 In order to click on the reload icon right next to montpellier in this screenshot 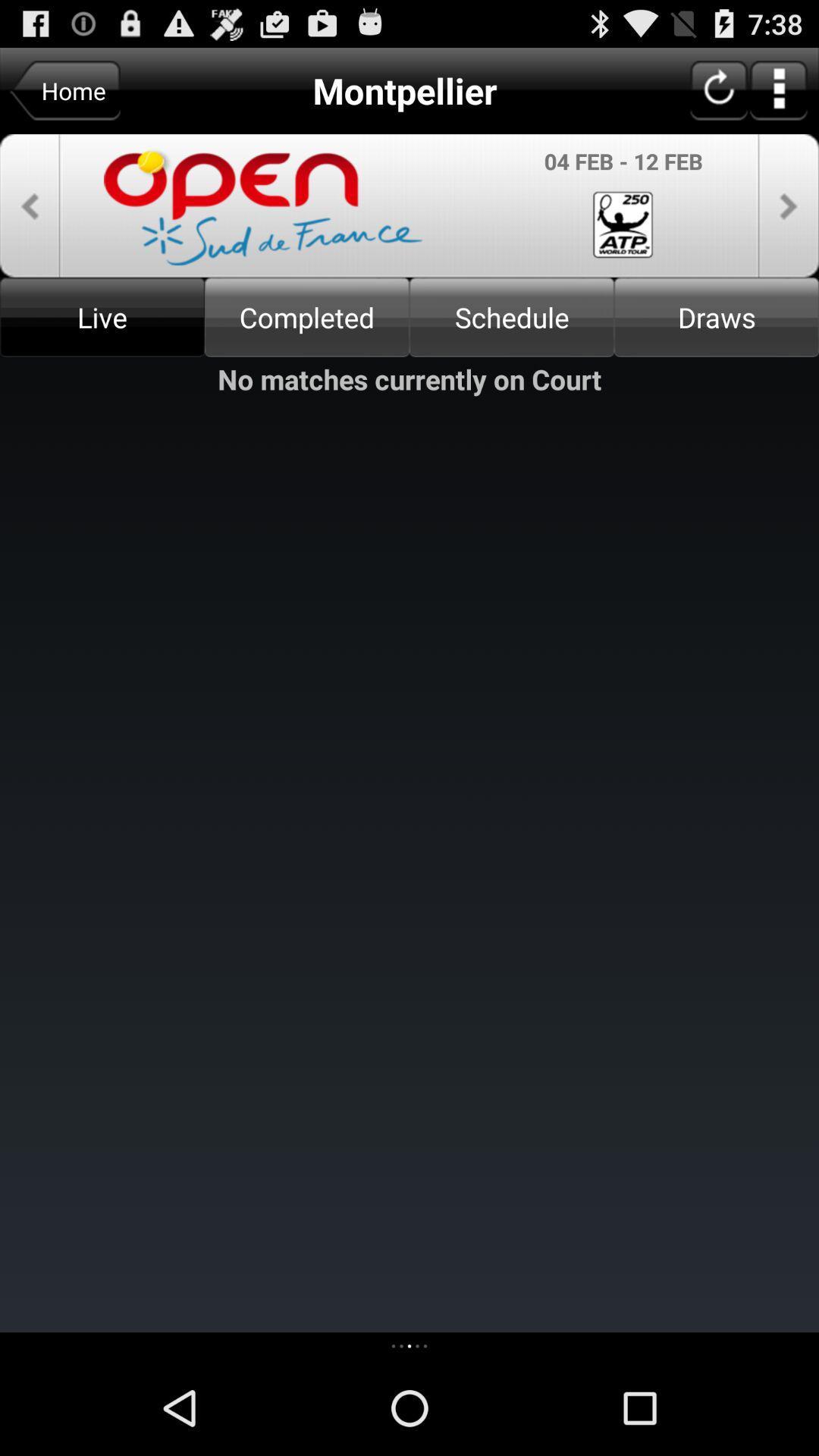, I will do `click(718, 89)`.